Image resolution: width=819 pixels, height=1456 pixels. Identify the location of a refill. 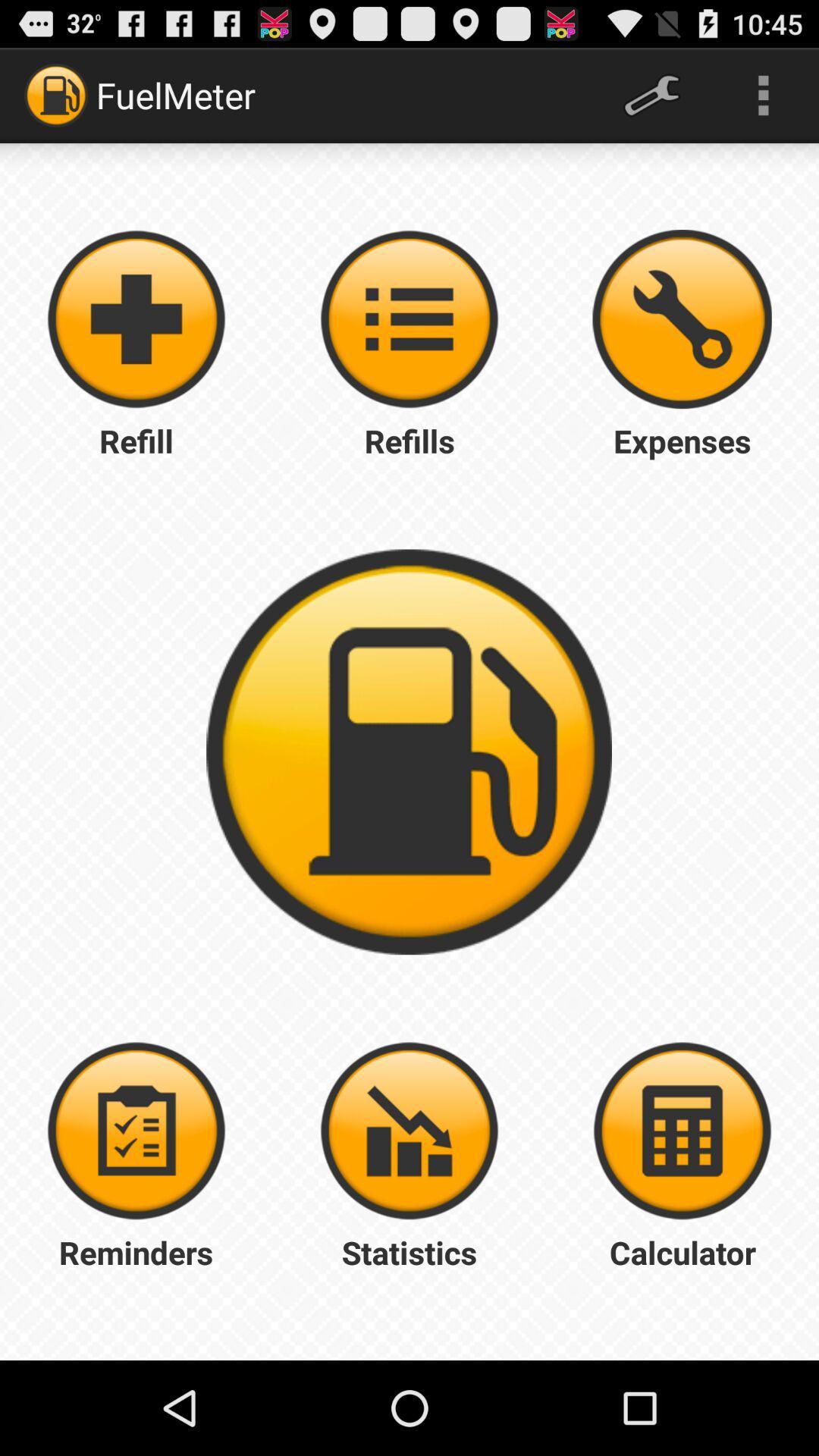
(136, 318).